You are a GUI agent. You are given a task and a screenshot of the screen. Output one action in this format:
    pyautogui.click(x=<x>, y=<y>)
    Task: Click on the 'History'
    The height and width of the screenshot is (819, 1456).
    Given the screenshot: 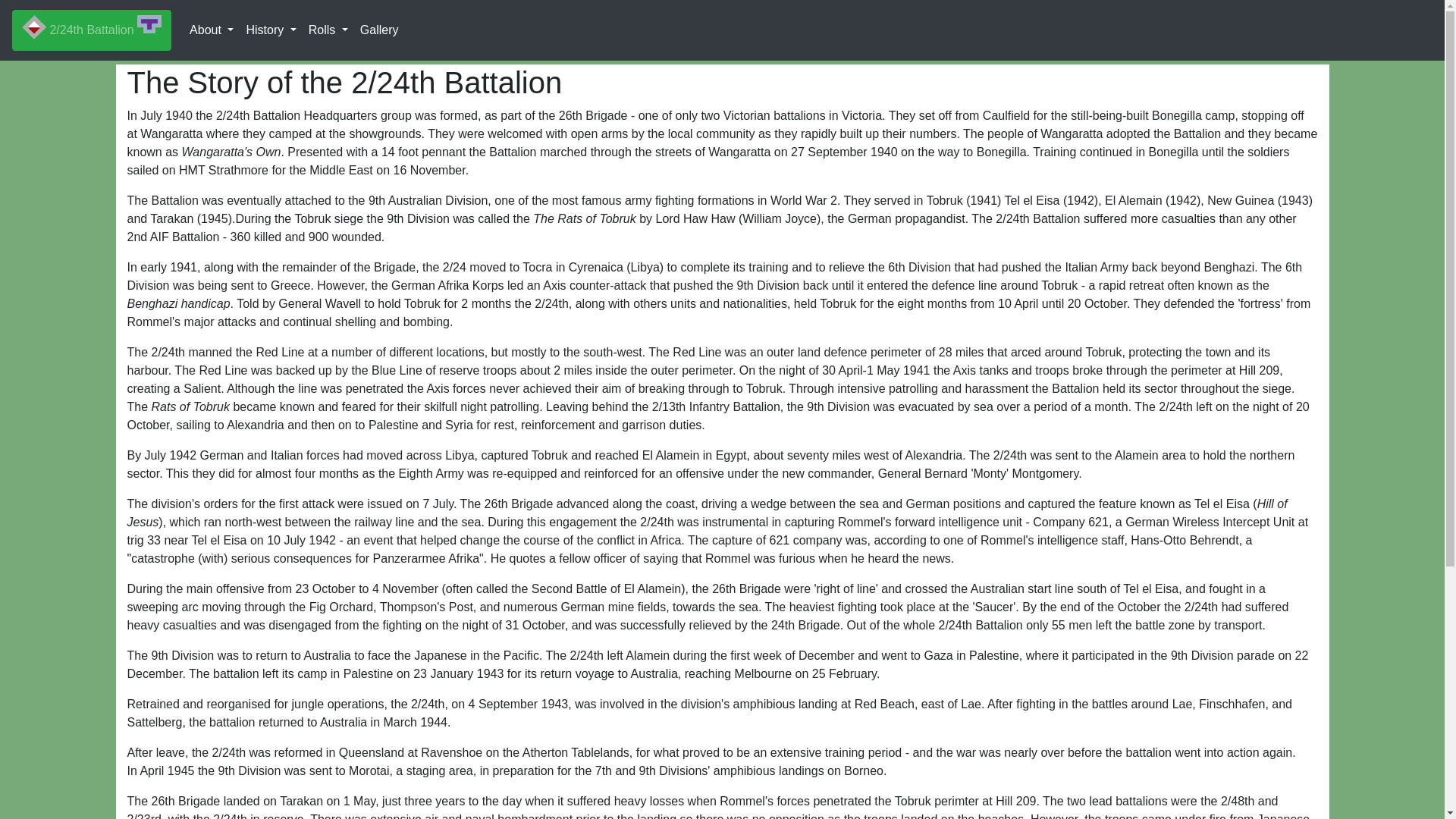 What is the action you would take?
    pyautogui.click(x=270, y=30)
    